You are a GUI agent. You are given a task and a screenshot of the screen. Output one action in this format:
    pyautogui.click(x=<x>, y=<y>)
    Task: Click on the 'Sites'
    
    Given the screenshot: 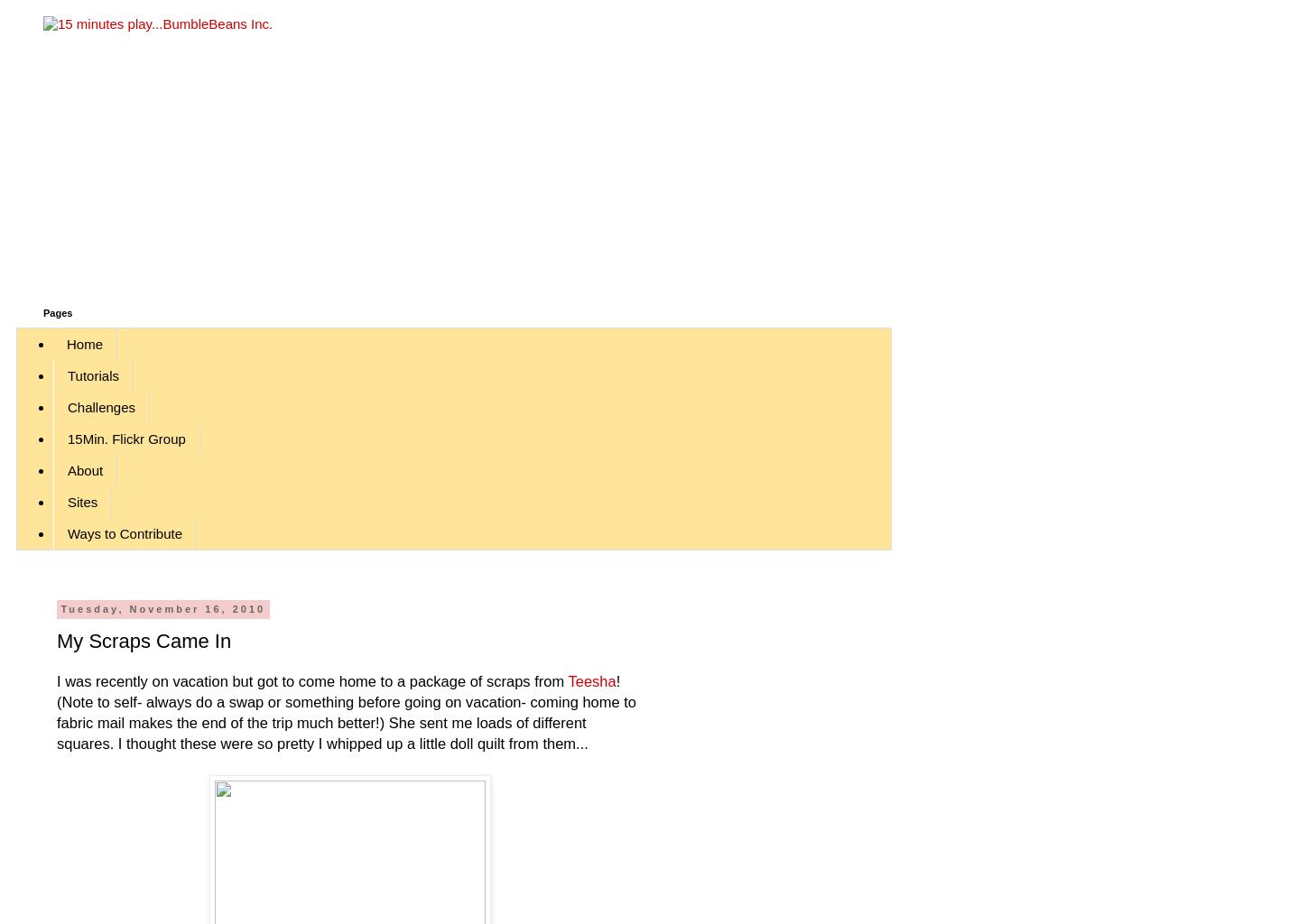 What is the action you would take?
    pyautogui.click(x=81, y=501)
    